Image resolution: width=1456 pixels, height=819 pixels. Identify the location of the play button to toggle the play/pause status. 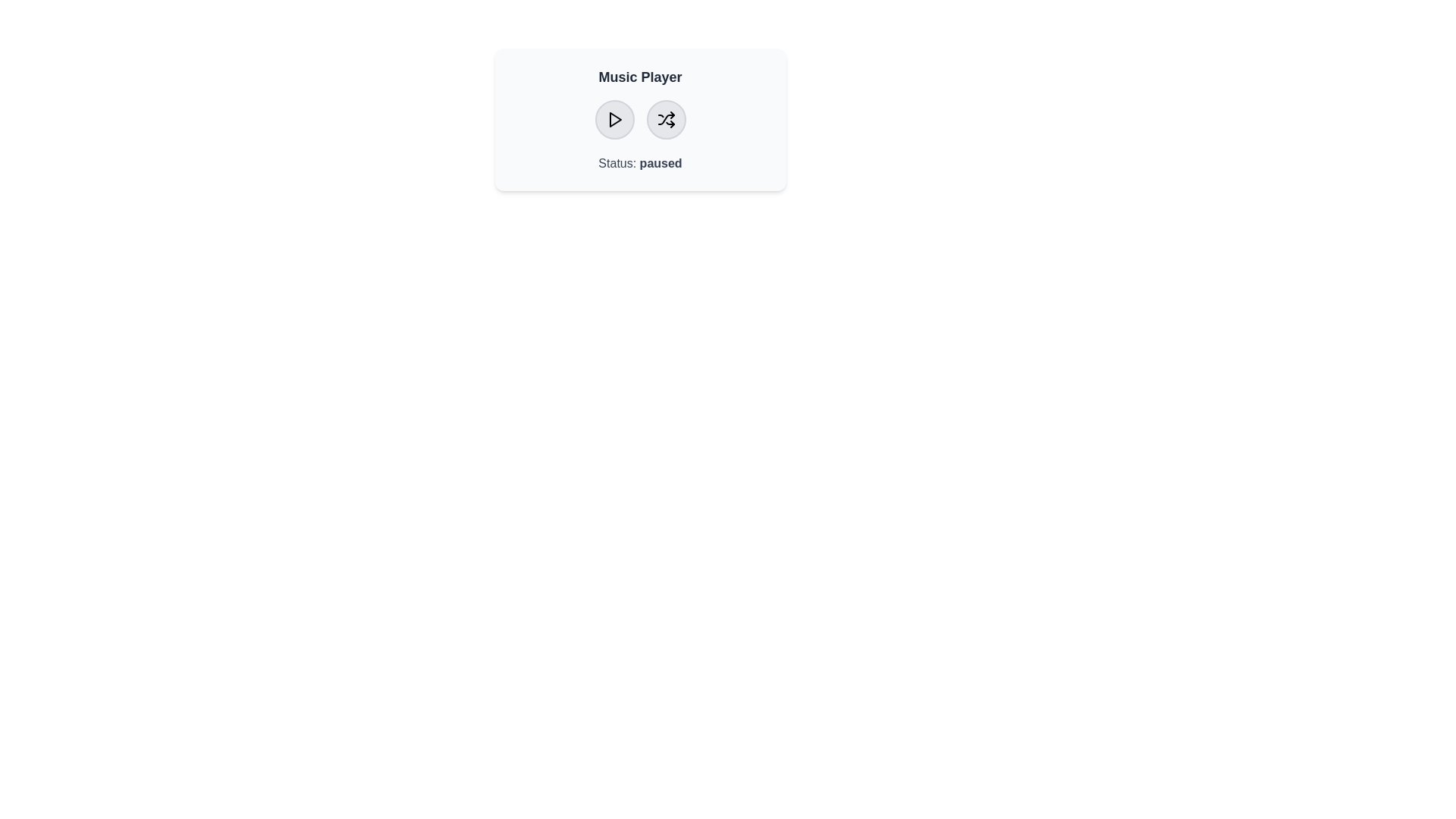
(614, 119).